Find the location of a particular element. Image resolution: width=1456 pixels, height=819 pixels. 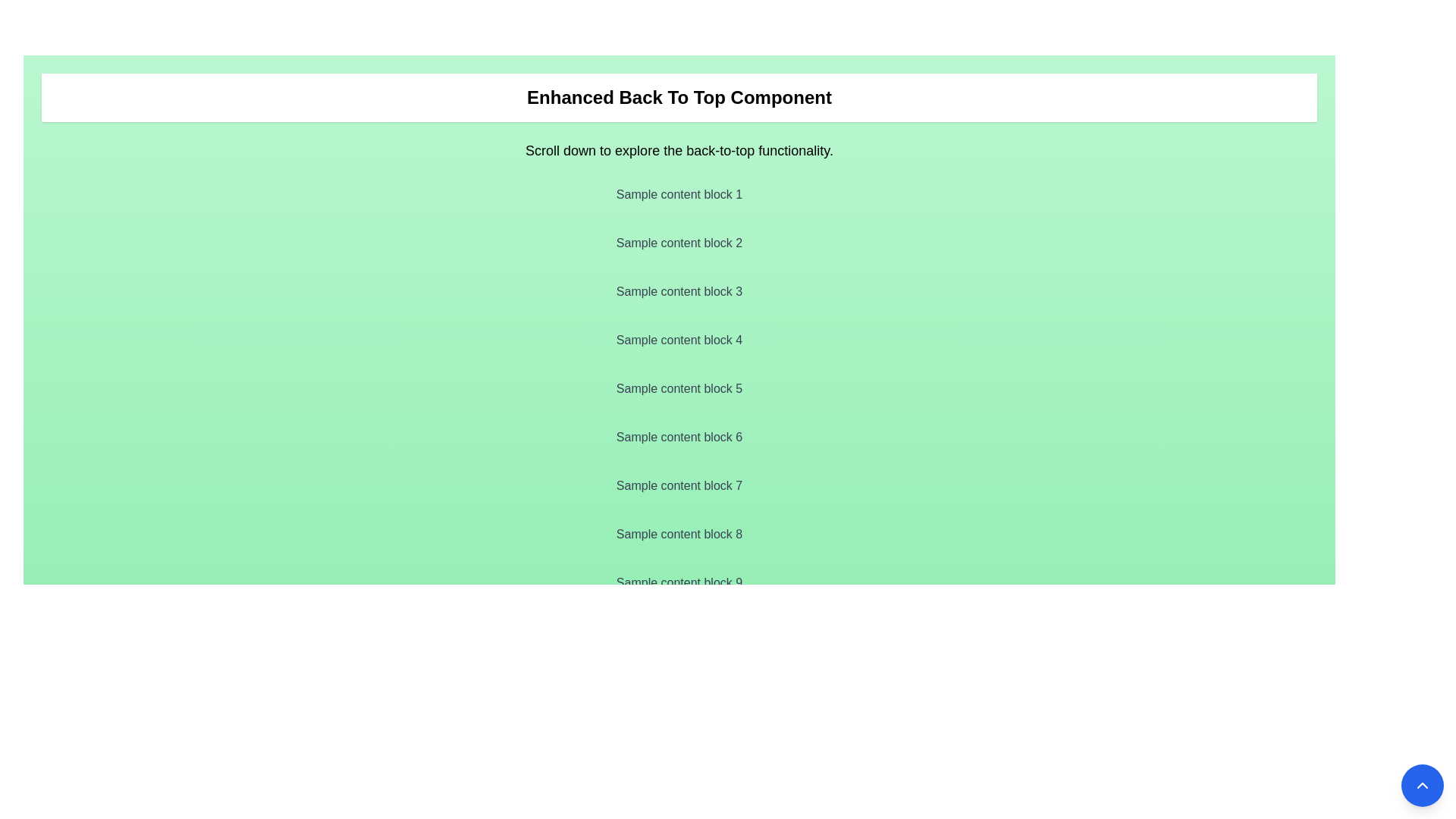

the chevron icon located at the center of the circular button in the bottom-right corner, which is designed for upward scrolling functionality is located at coordinates (1422, 785).